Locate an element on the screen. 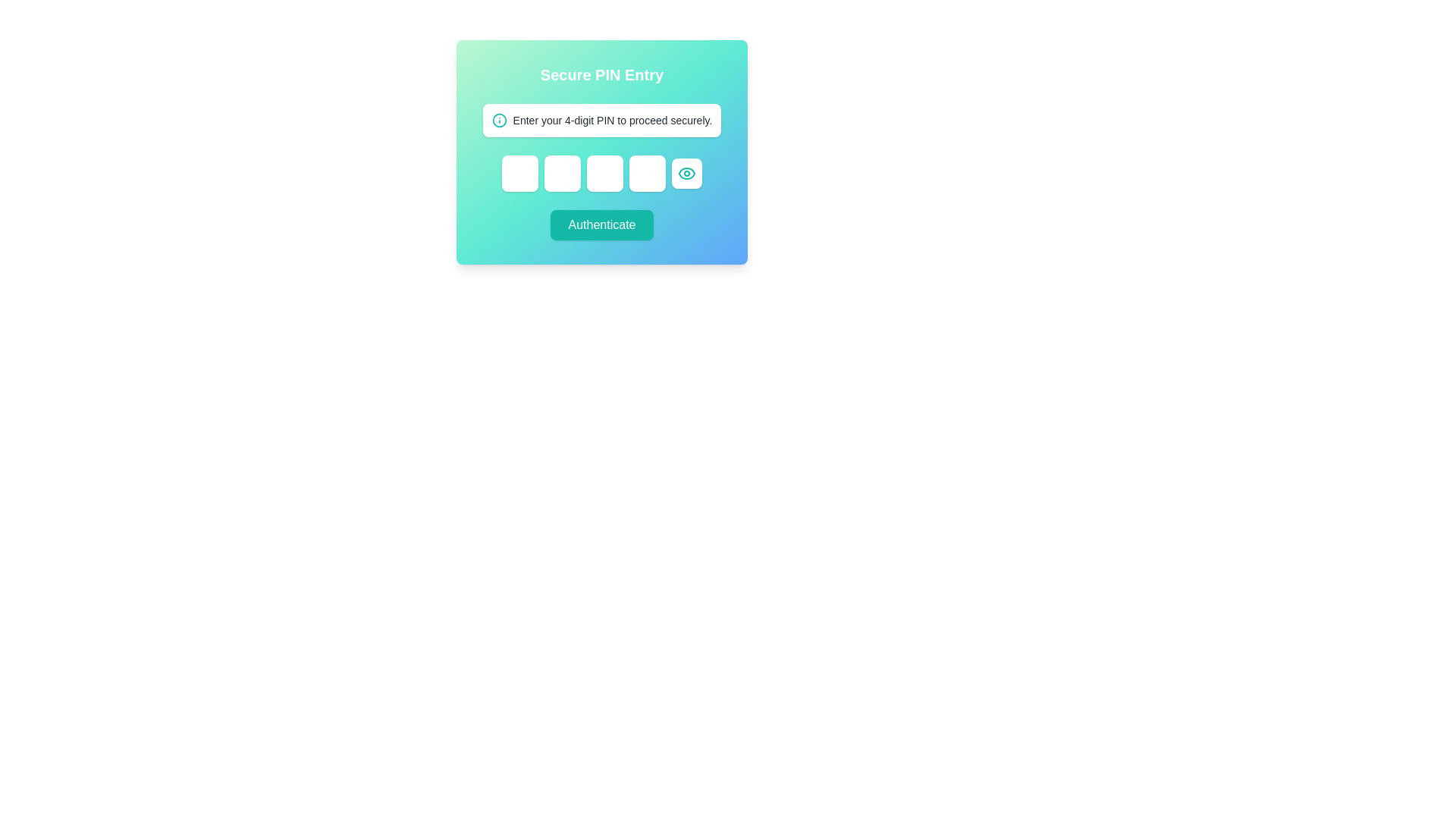  the third password input field to focus and allow the user to enter a numeric character for the secure PIN entry is located at coordinates (604, 172).